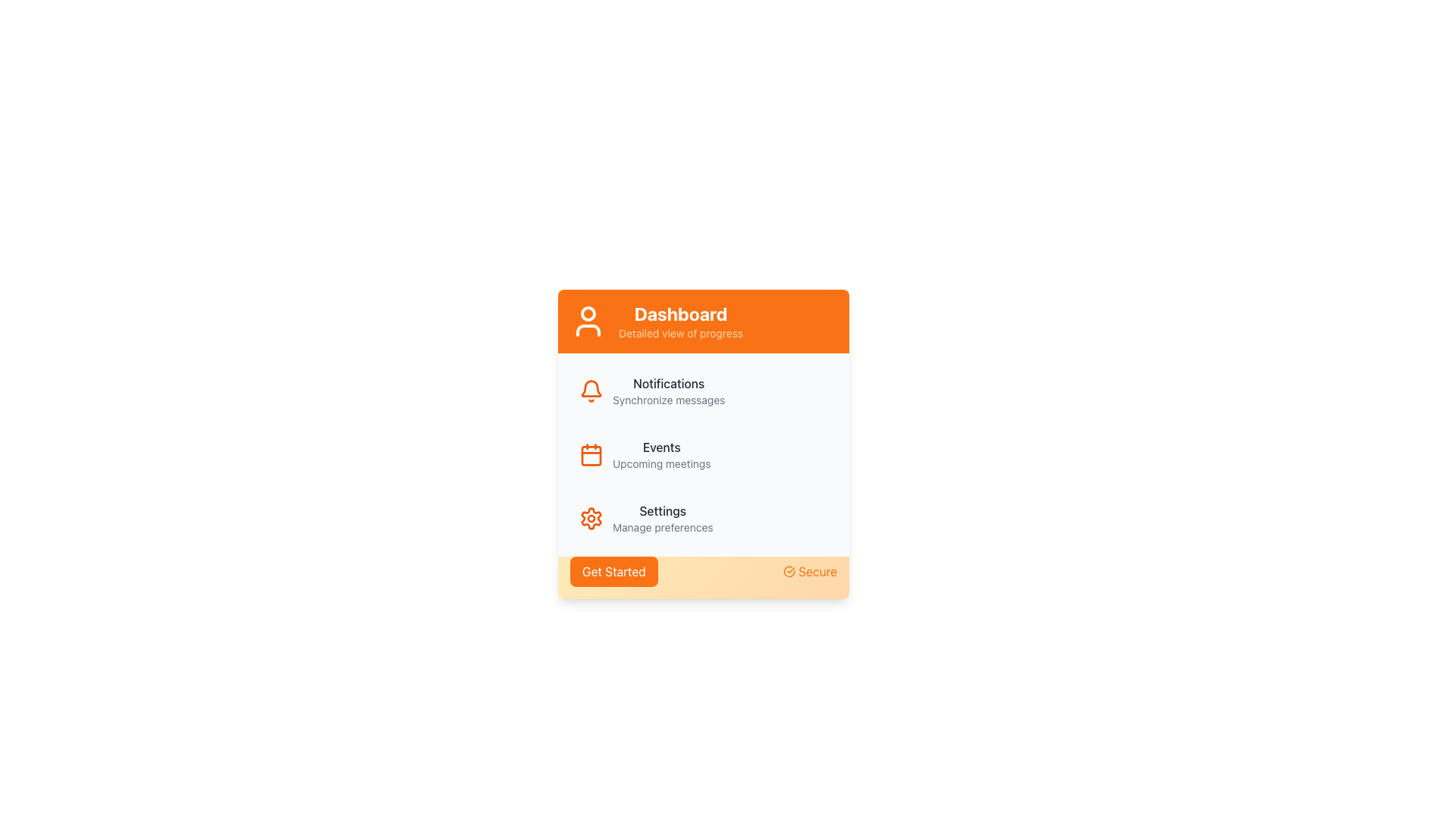 This screenshot has width=1456, height=819. Describe the element at coordinates (702, 454) in the screenshot. I see `the List item with text and icon located in the middle section of the vertically stacked list, positioned between the 'Notifications' and 'Settings' entries for accessibility navigation` at that location.